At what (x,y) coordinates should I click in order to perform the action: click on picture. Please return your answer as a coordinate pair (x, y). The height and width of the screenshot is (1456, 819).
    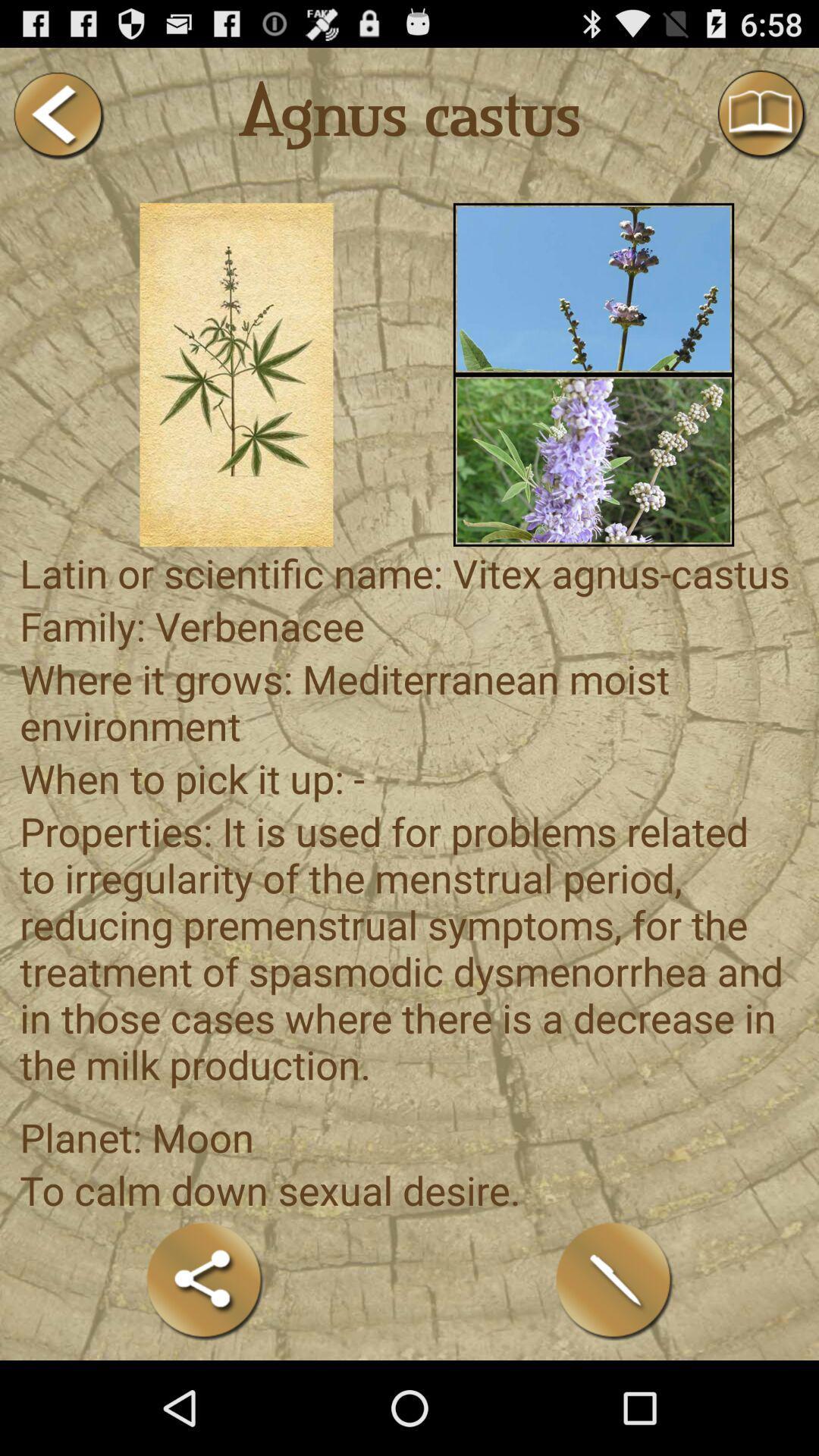
    Looking at the image, I should click on (593, 288).